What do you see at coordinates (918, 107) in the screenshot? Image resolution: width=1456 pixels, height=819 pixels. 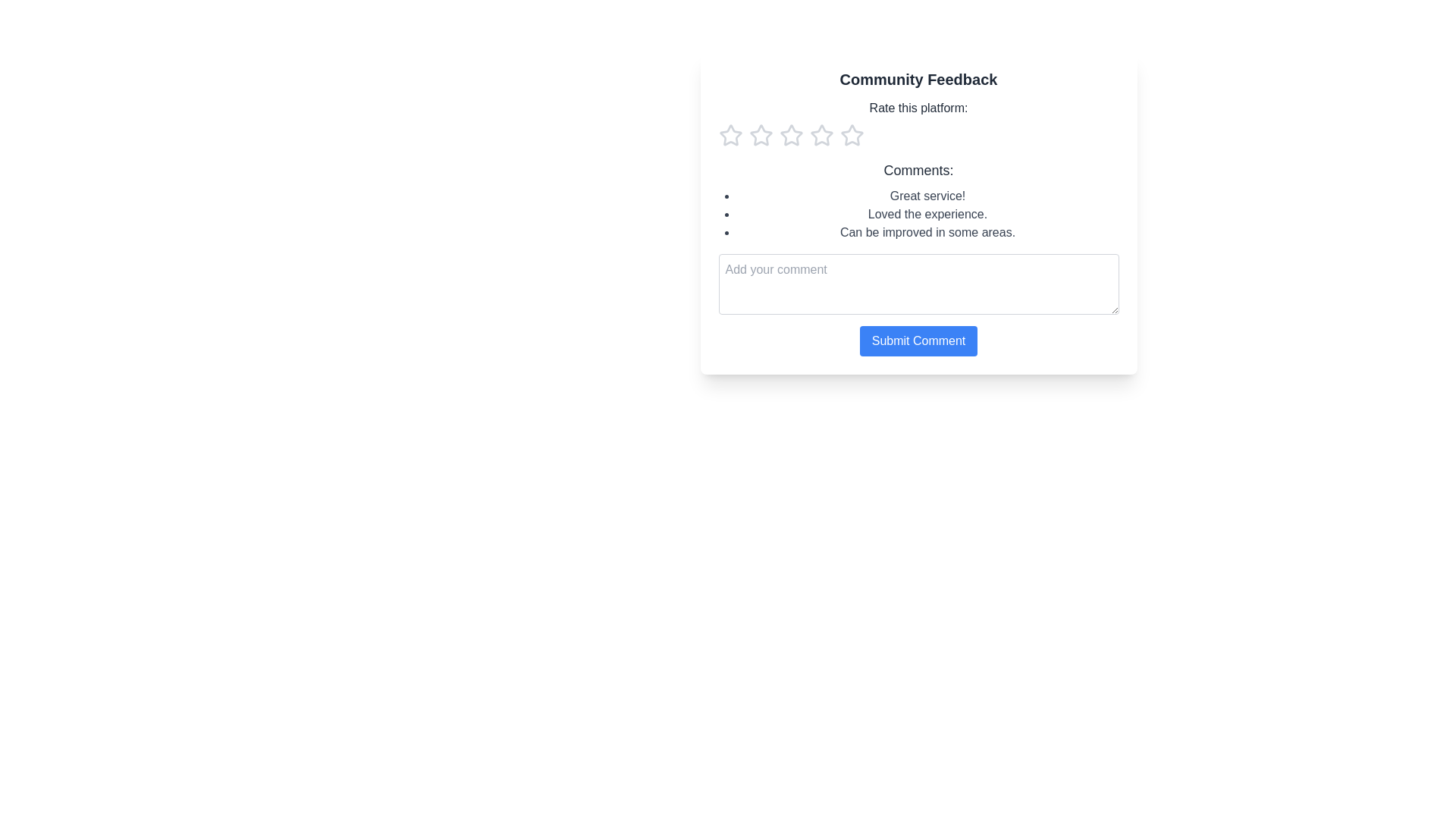 I see `the Text Label that guides the user on the purpose of the adjacent star icons for rating the platform, located in the feedback form section` at bounding box center [918, 107].